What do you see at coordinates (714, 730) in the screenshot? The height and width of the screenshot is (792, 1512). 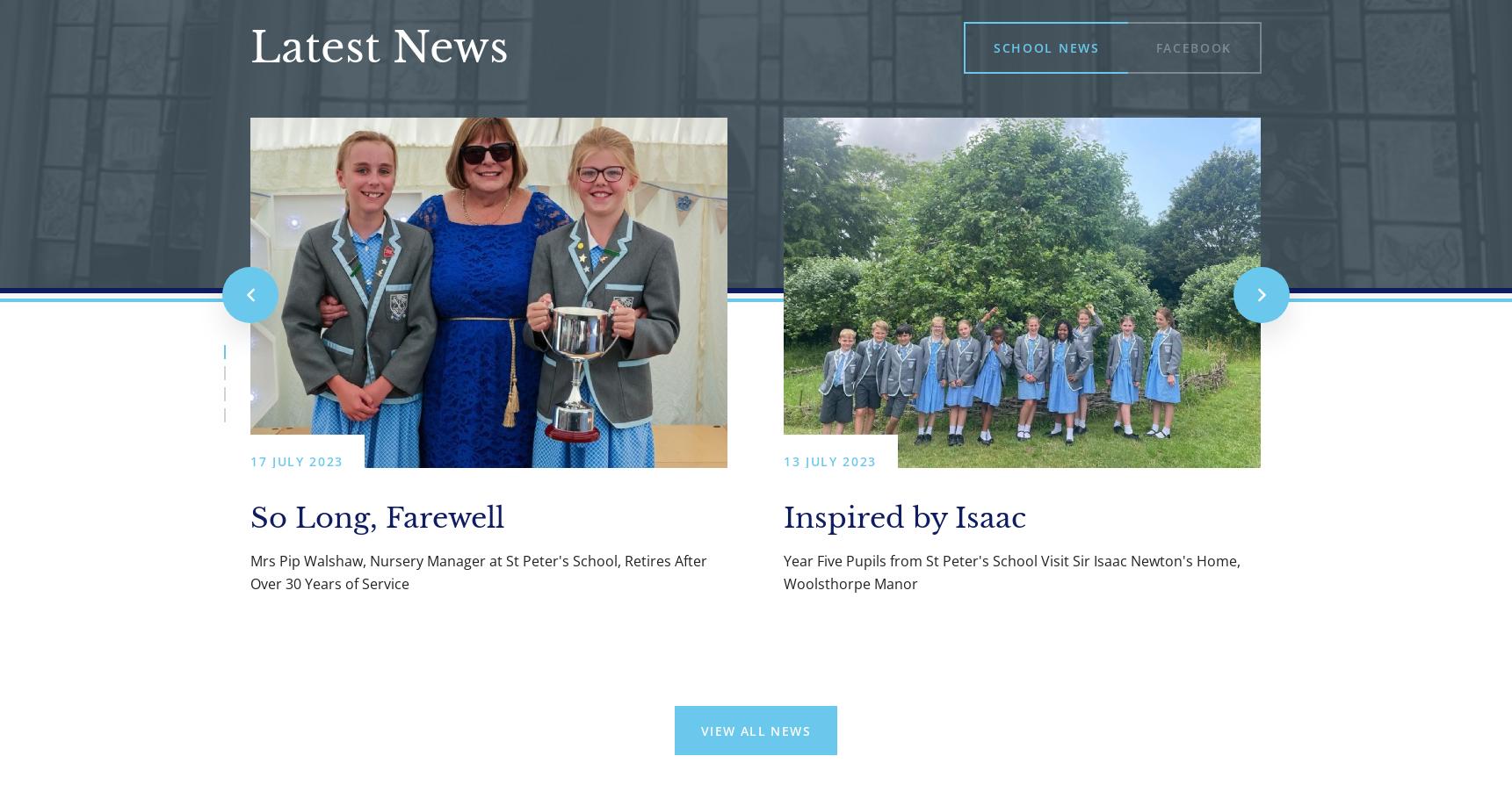 I see `'Follow Us'` at bounding box center [714, 730].